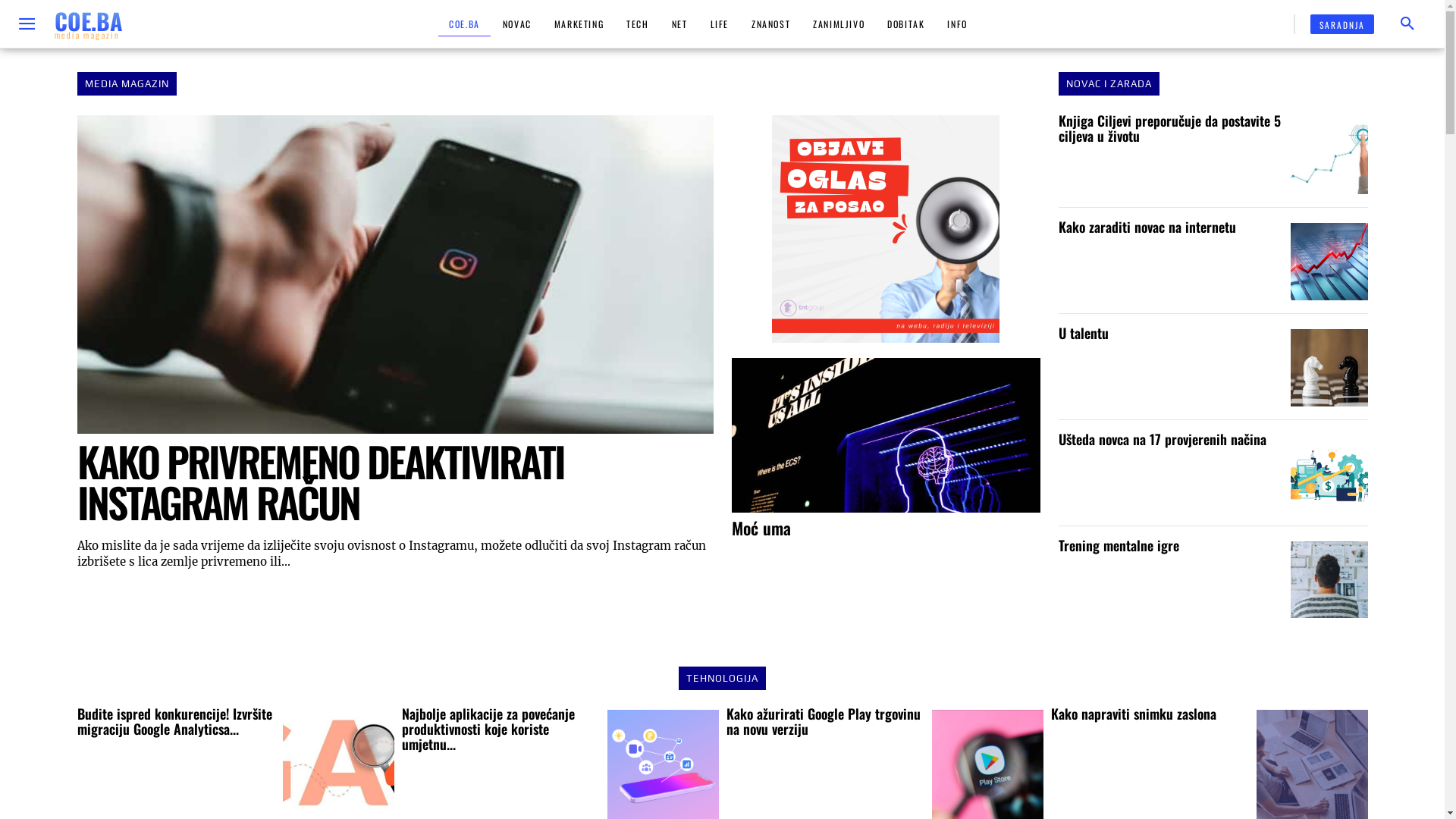 The width and height of the screenshot is (1456, 819). What do you see at coordinates (127, 83) in the screenshot?
I see `'MEDIA MAGAZIN'` at bounding box center [127, 83].